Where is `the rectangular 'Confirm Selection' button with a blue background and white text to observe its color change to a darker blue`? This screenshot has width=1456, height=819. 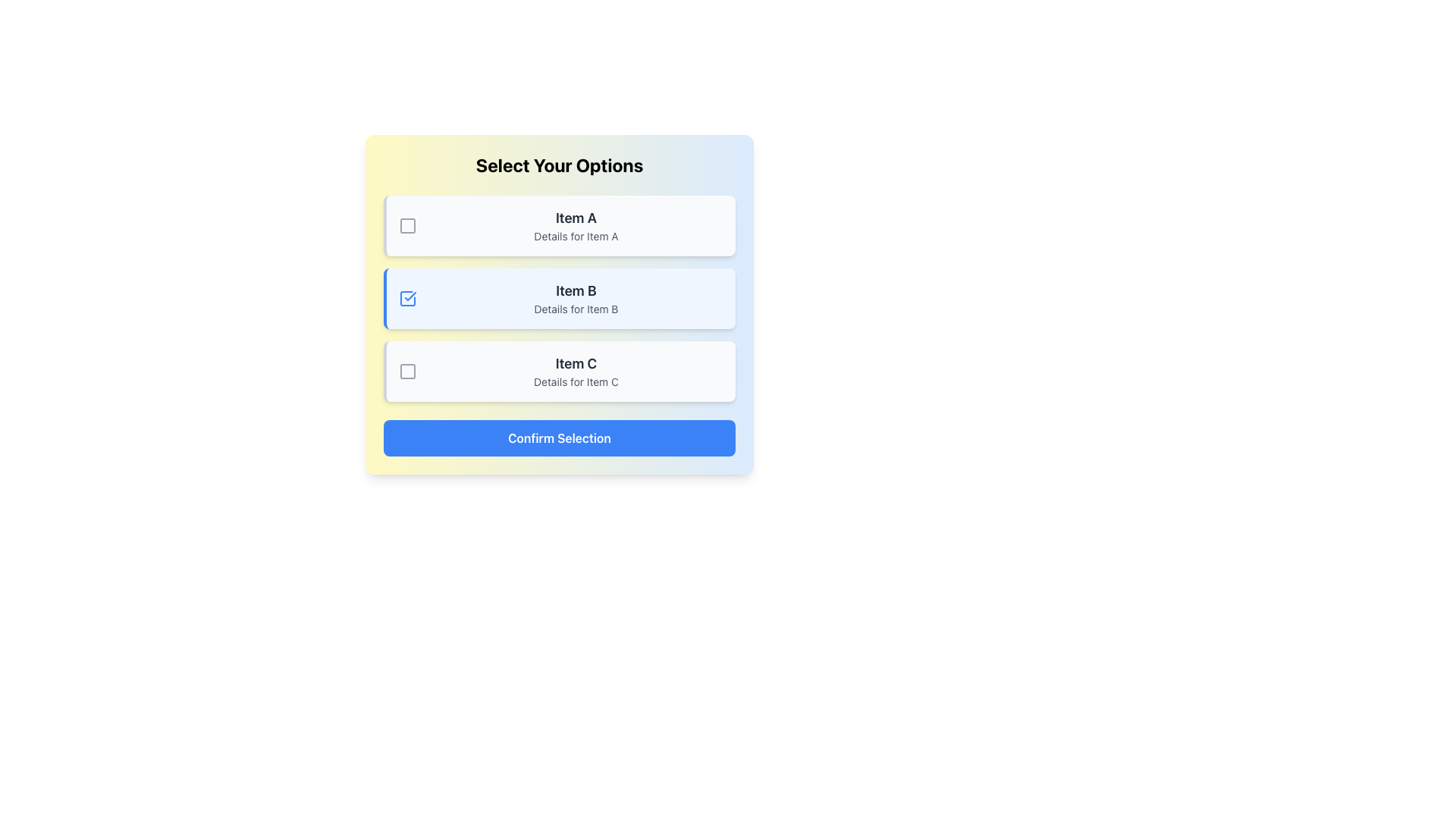 the rectangular 'Confirm Selection' button with a blue background and white text to observe its color change to a darker blue is located at coordinates (559, 438).